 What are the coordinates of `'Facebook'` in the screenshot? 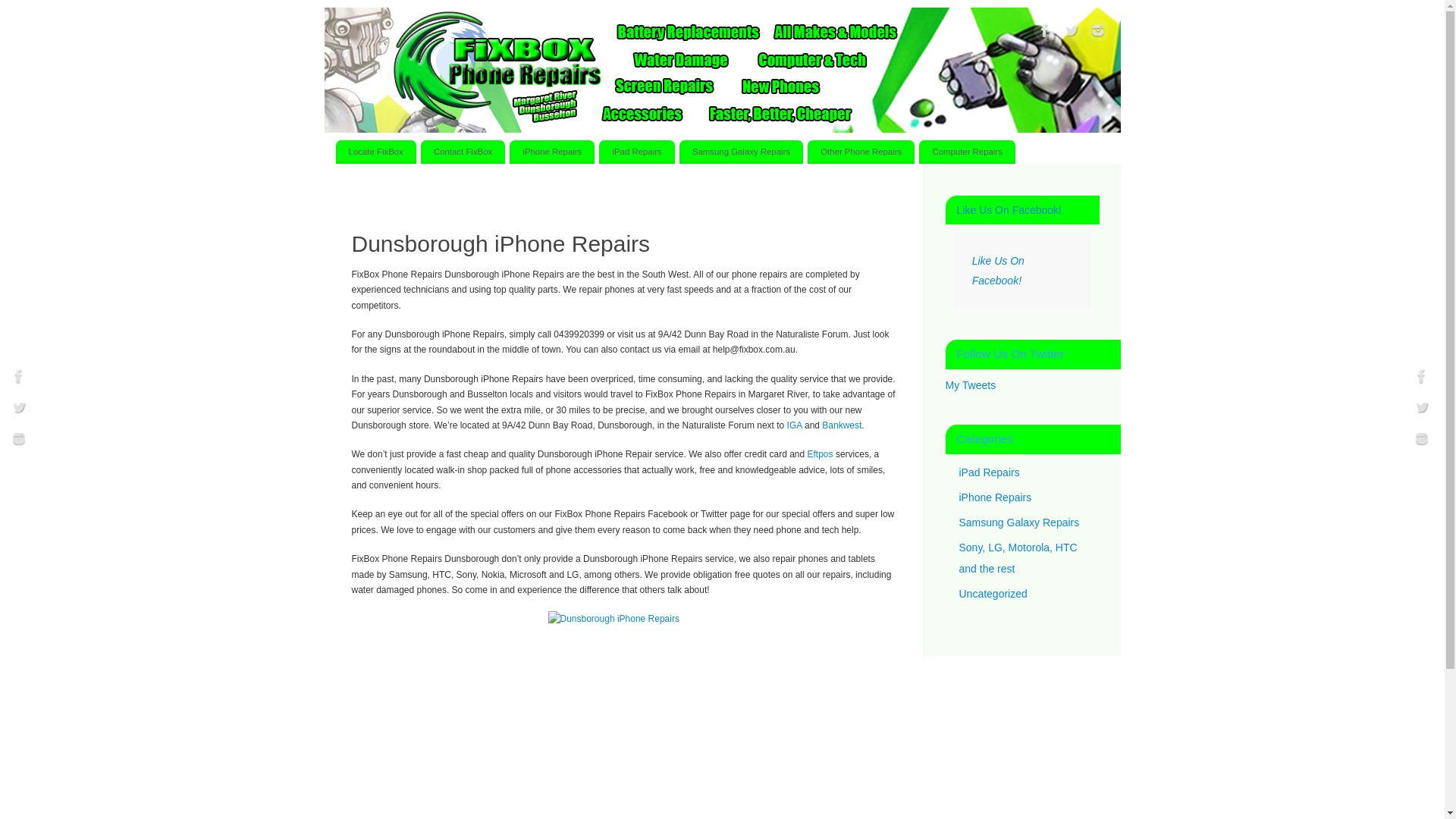 It's located at (1421, 376).